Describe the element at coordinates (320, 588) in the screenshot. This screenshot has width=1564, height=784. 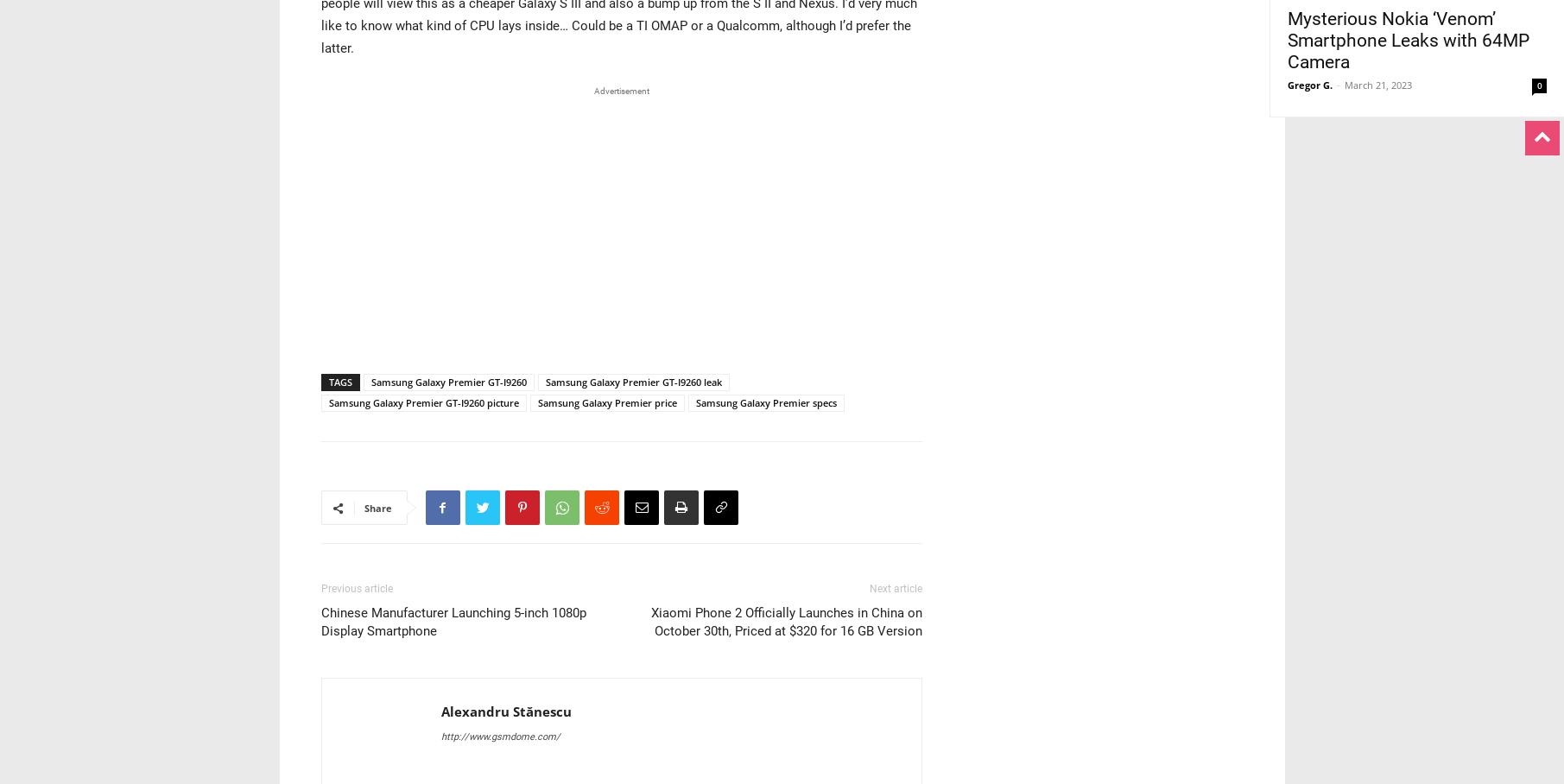
I see `'Previous article'` at that location.